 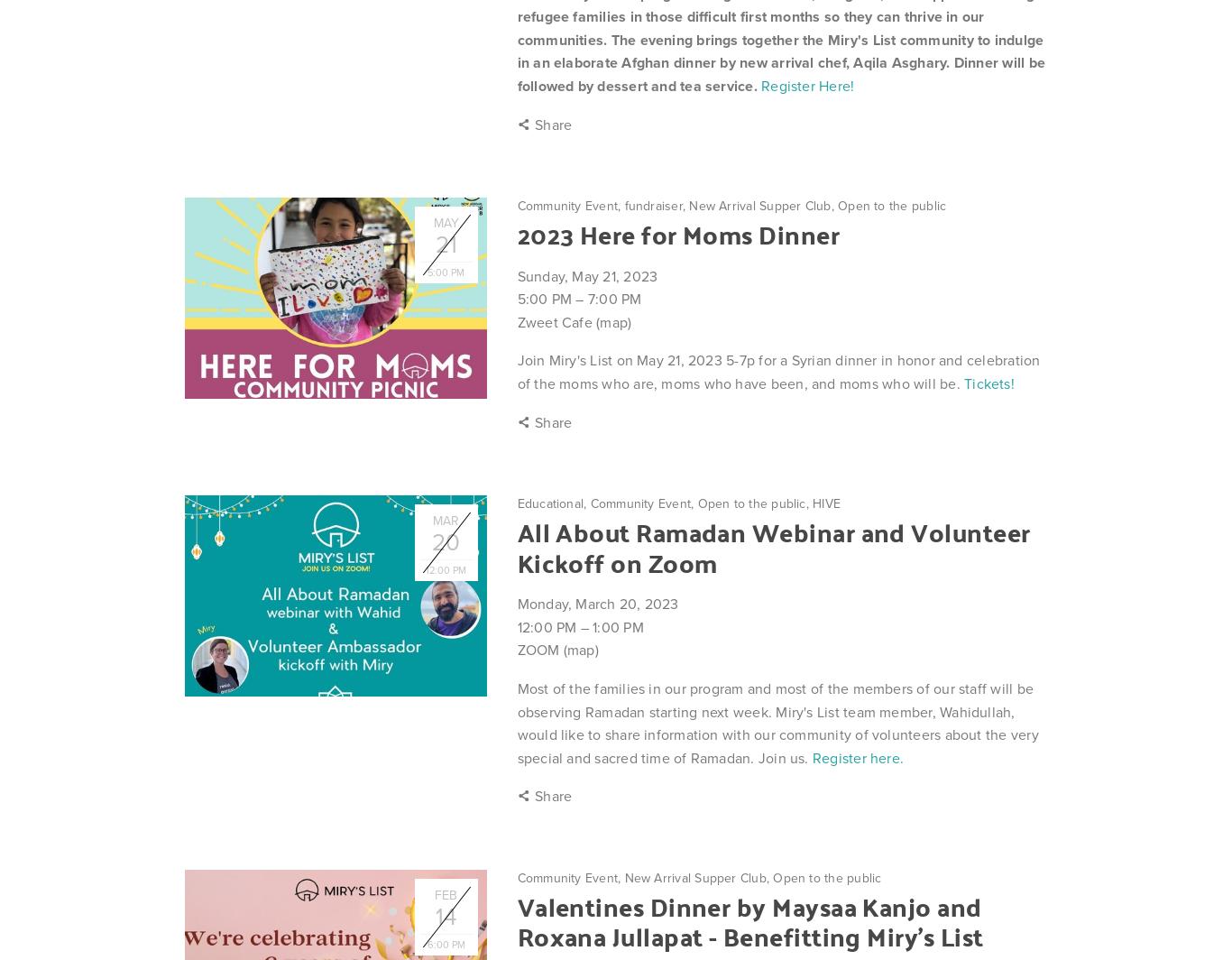 I want to click on 'All About Ramadan Webinar and Volunteer Kickoff on Zoom', so click(x=772, y=546).